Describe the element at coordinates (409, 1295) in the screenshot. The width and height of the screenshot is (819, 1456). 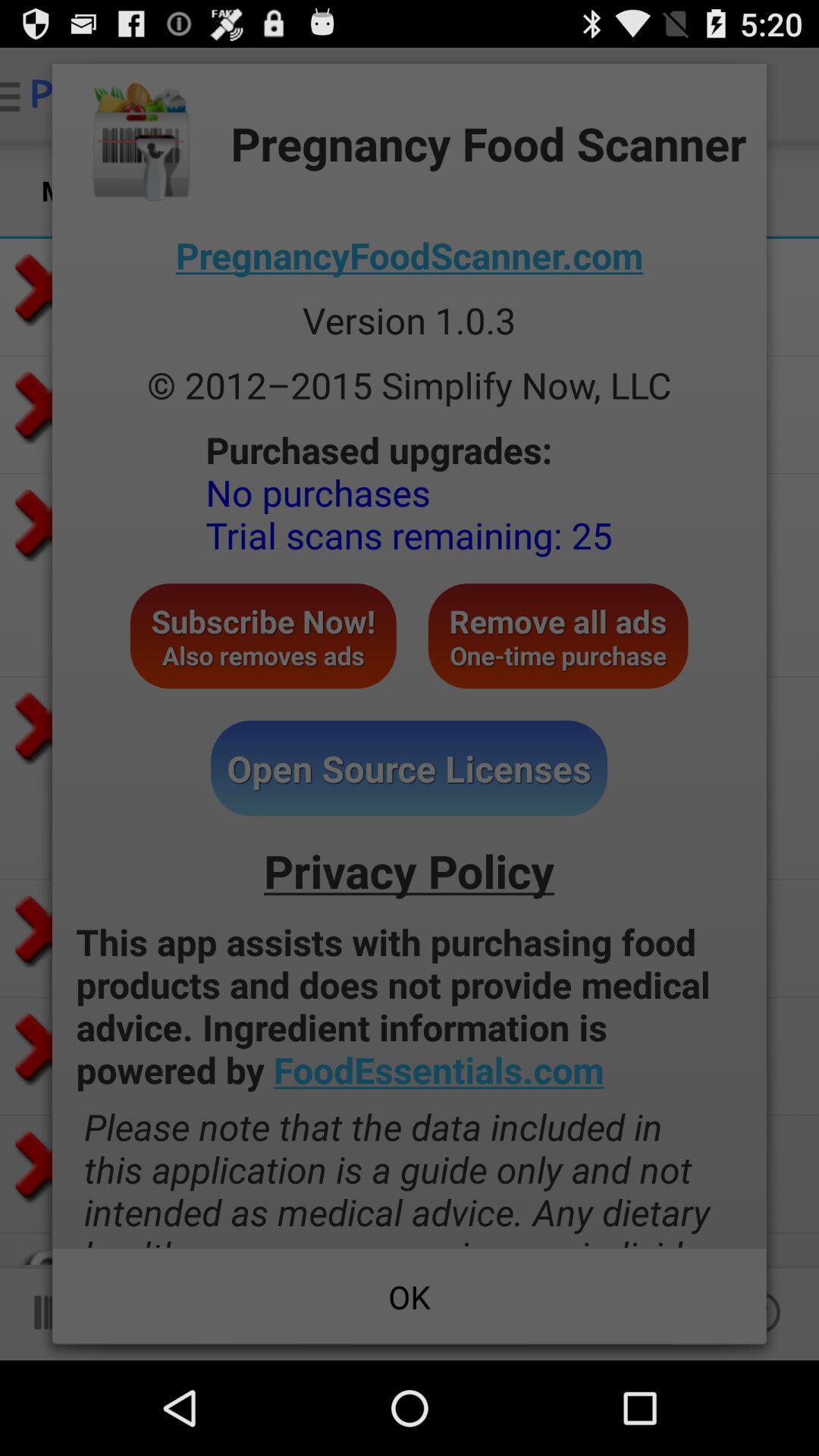
I see `the app below please note that item` at that location.